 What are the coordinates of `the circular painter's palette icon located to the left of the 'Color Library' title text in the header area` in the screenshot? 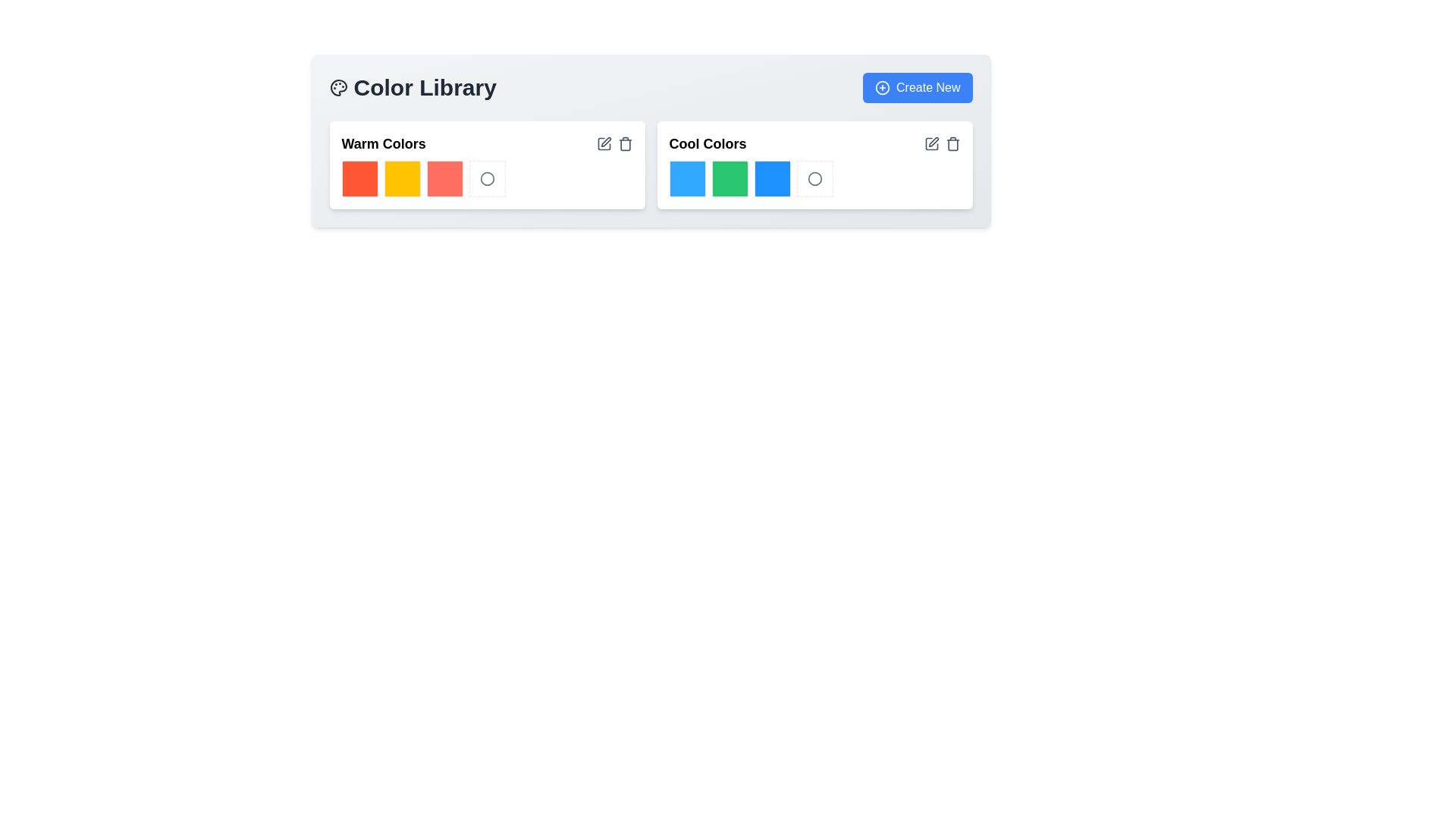 It's located at (337, 87).